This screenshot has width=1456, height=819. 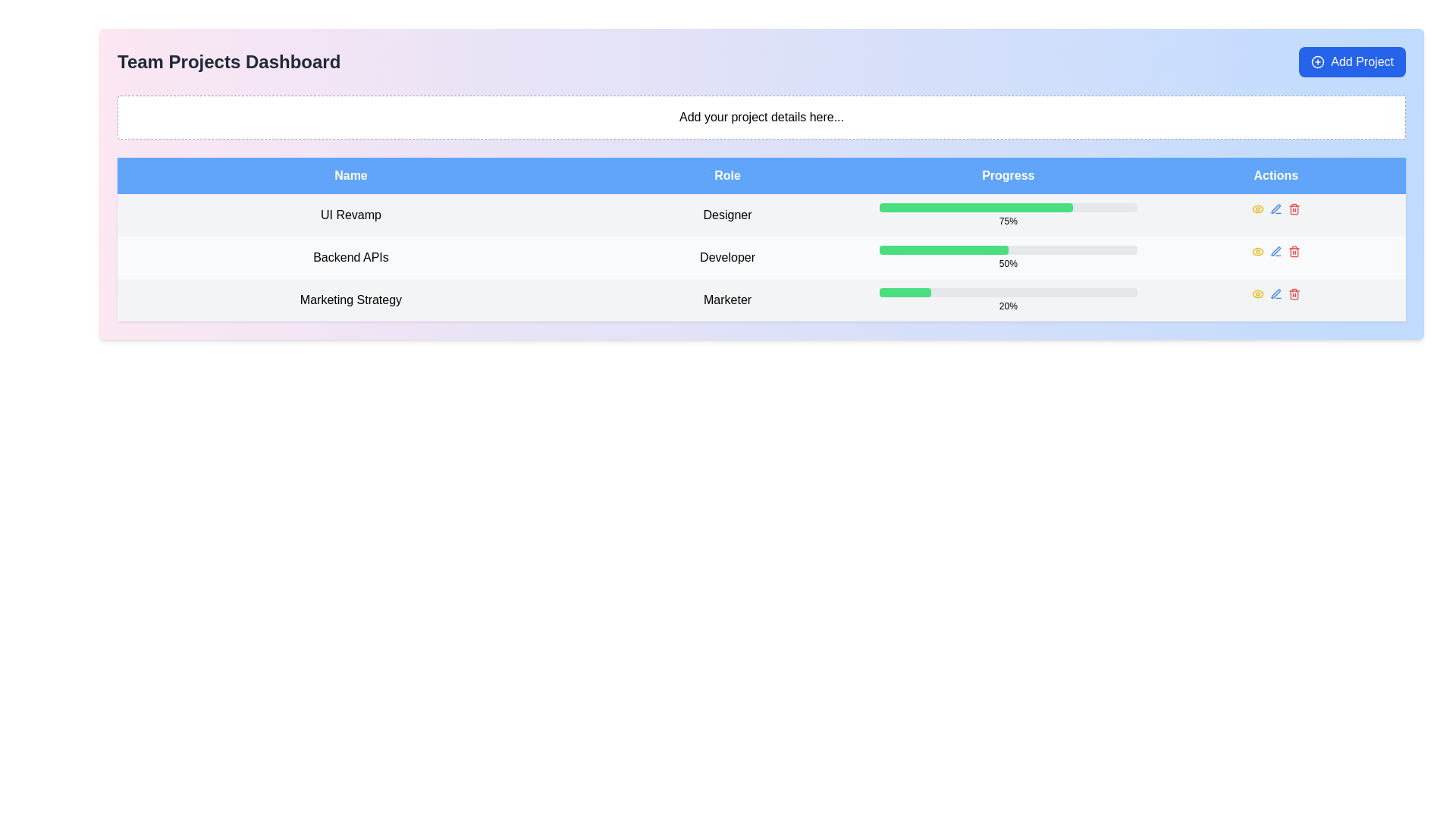 I want to click on the pen icon located in the 'Actions' column for the 'Backend APIs' project entry to initiate editing, so click(x=1275, y=250).